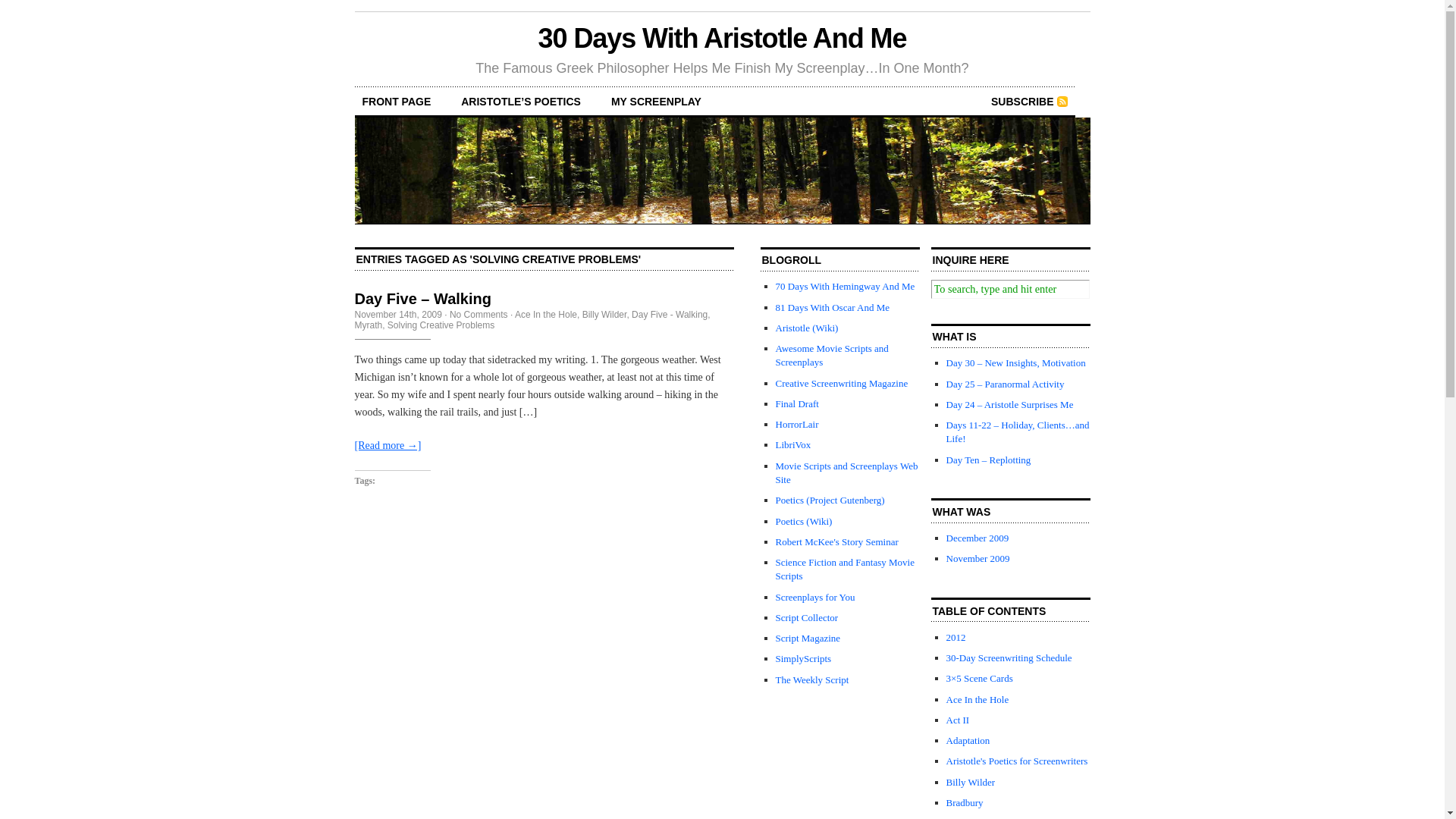 This screenshot has width=1456, height=819. Describe the element at coordinates (946, 537) in the screenshot. I see `'December 2009'` at that location.